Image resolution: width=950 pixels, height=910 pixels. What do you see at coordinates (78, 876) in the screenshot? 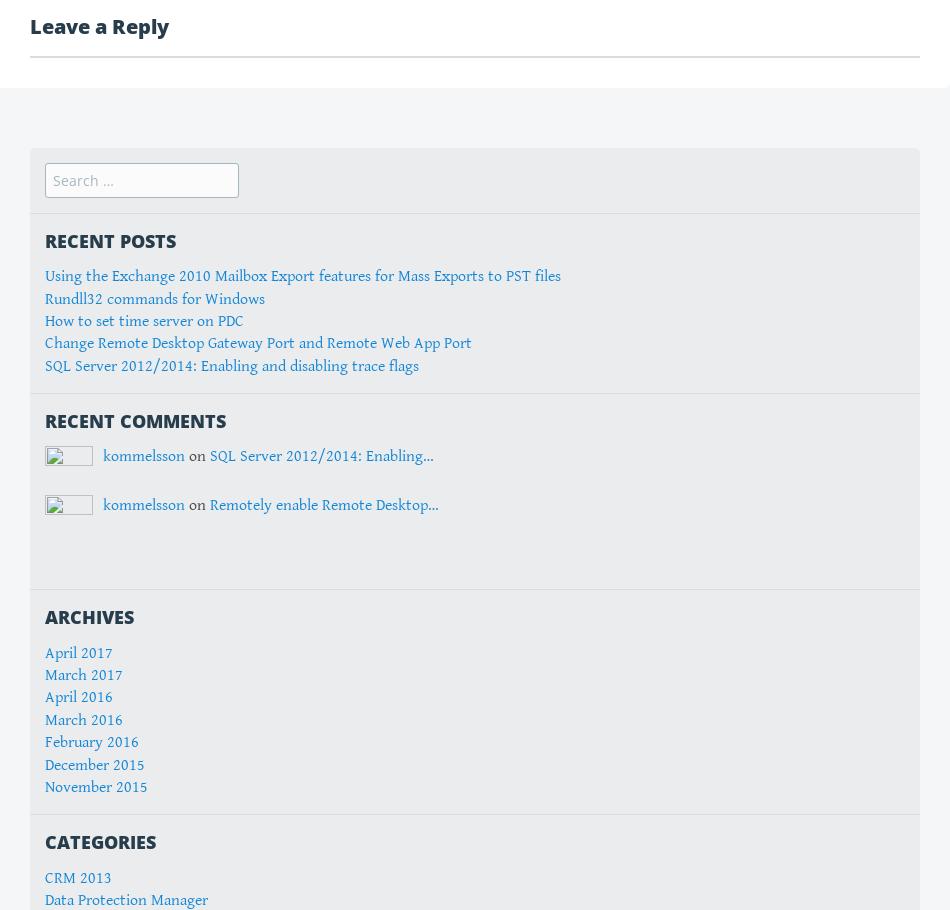
I see `'CRM 2013'` at bounding box center [78, 876].